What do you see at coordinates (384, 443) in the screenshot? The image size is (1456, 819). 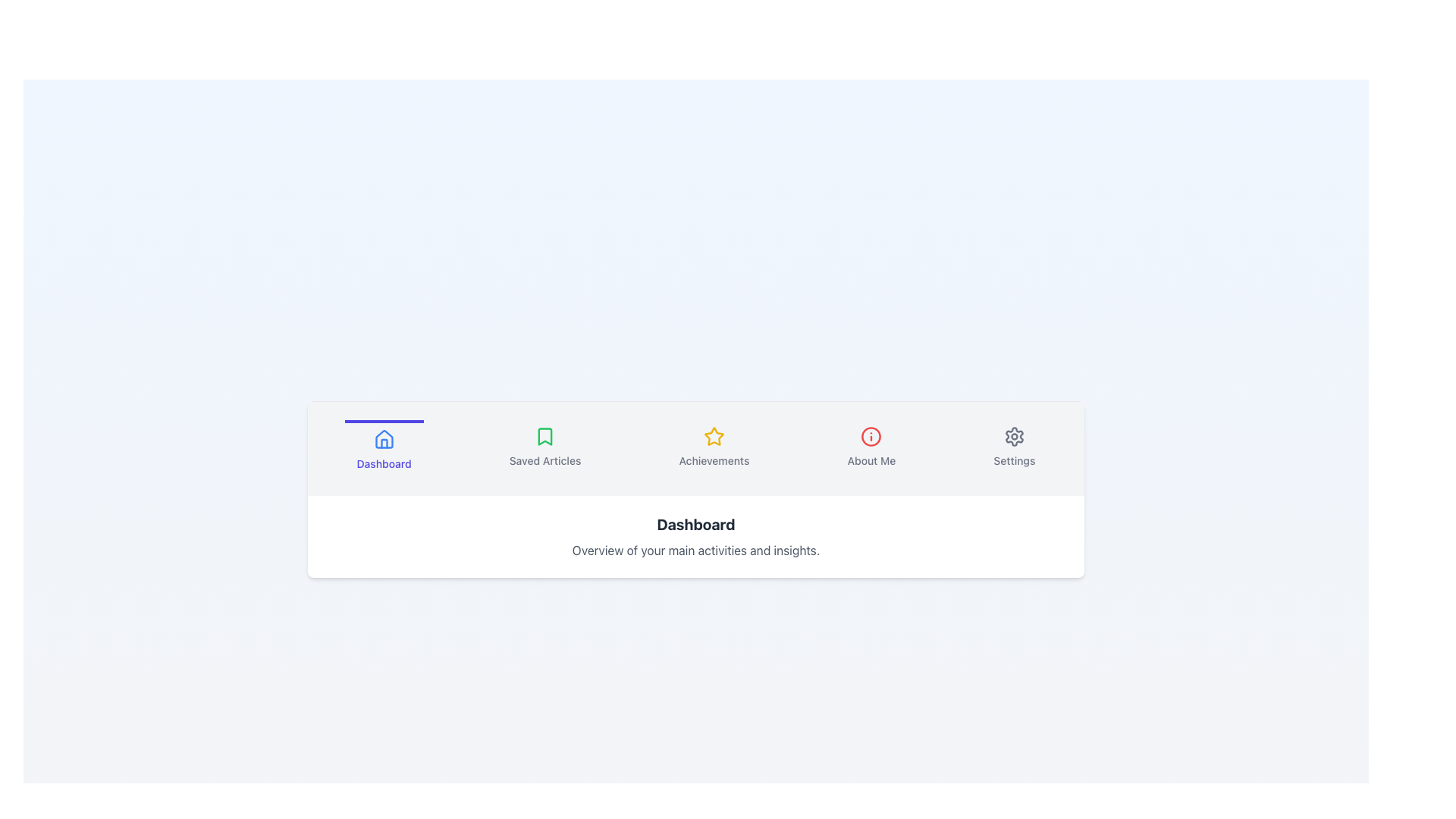 I see `the decorative icon that serves as a visual identifier for the 'Dashboard' section in the navigation menu, located at the center of the leftmost navigation item in the top navigation bar` at bounding box center [384, 443].